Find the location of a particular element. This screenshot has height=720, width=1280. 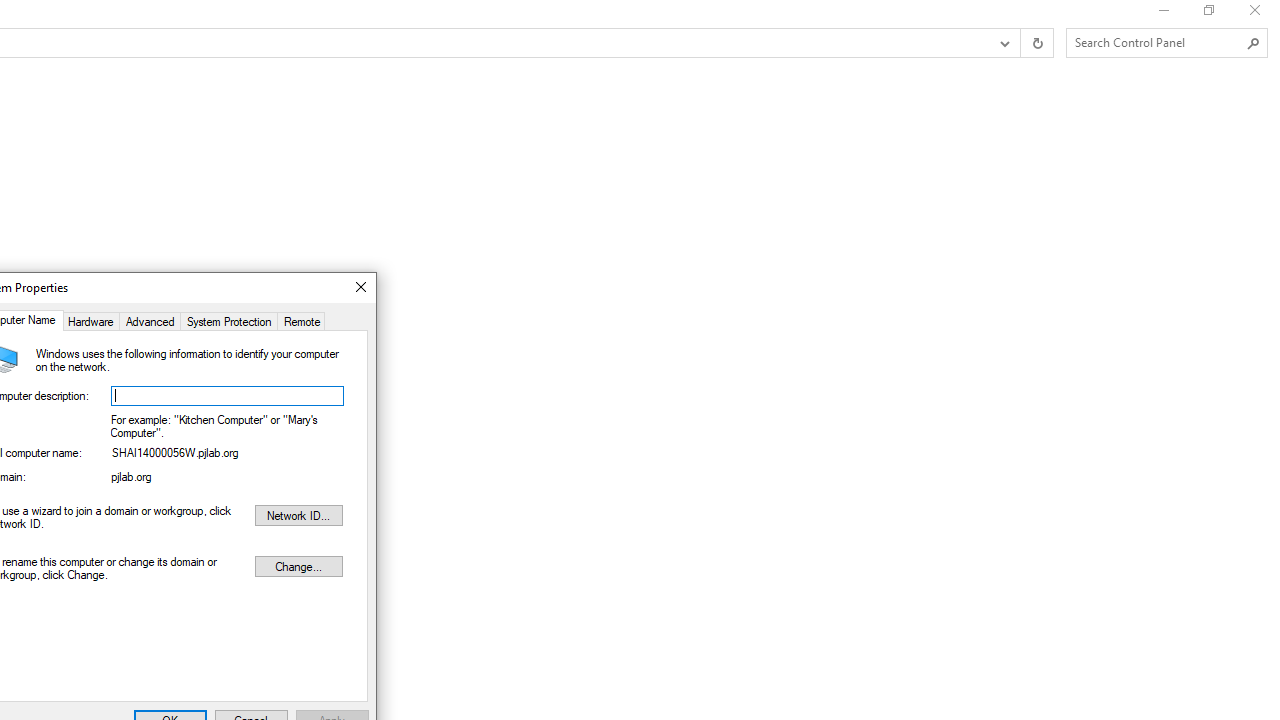

'Advanced' is located at coordinates (149, 319).